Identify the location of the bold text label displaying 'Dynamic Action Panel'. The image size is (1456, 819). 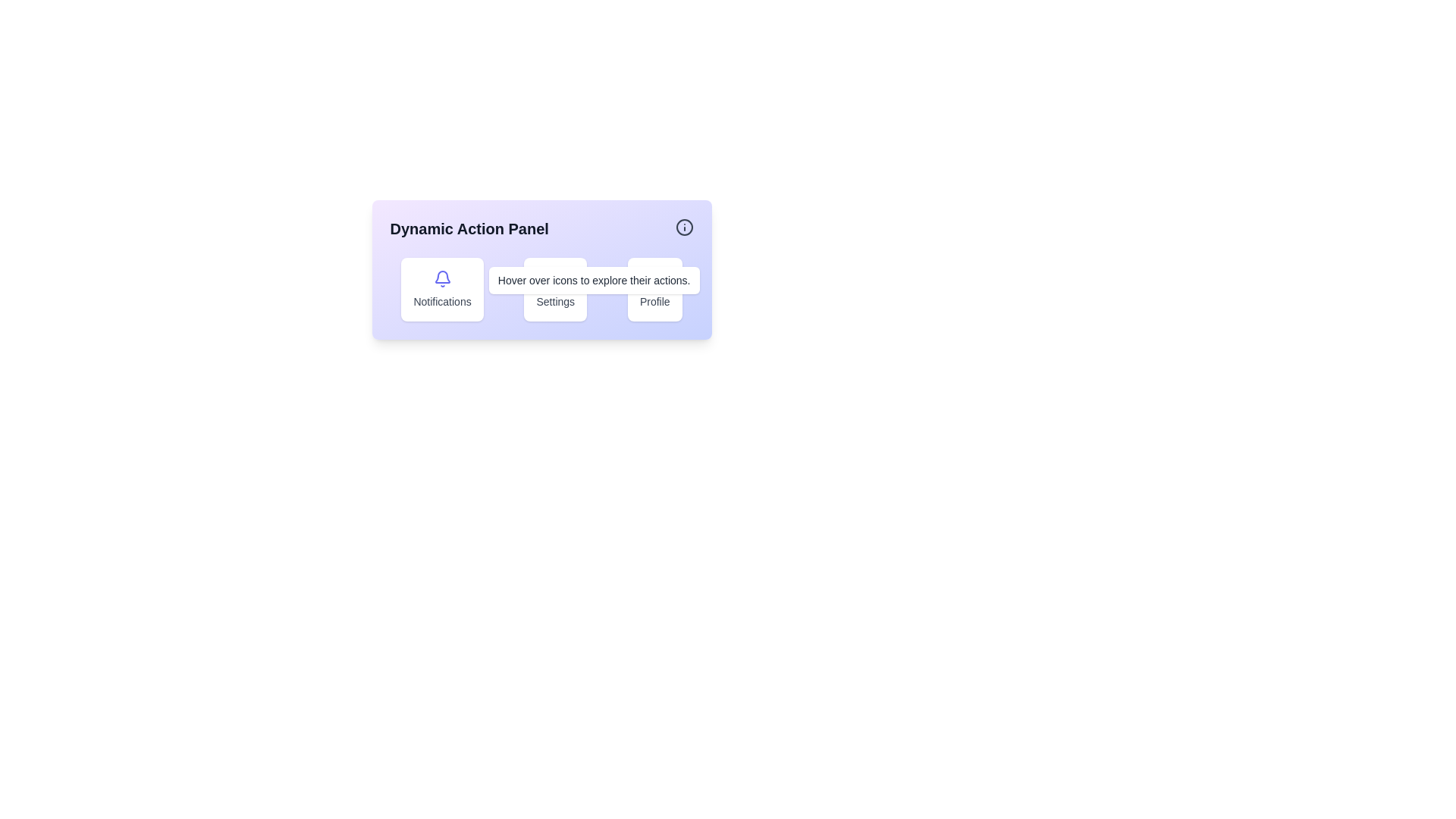
(469, 228).